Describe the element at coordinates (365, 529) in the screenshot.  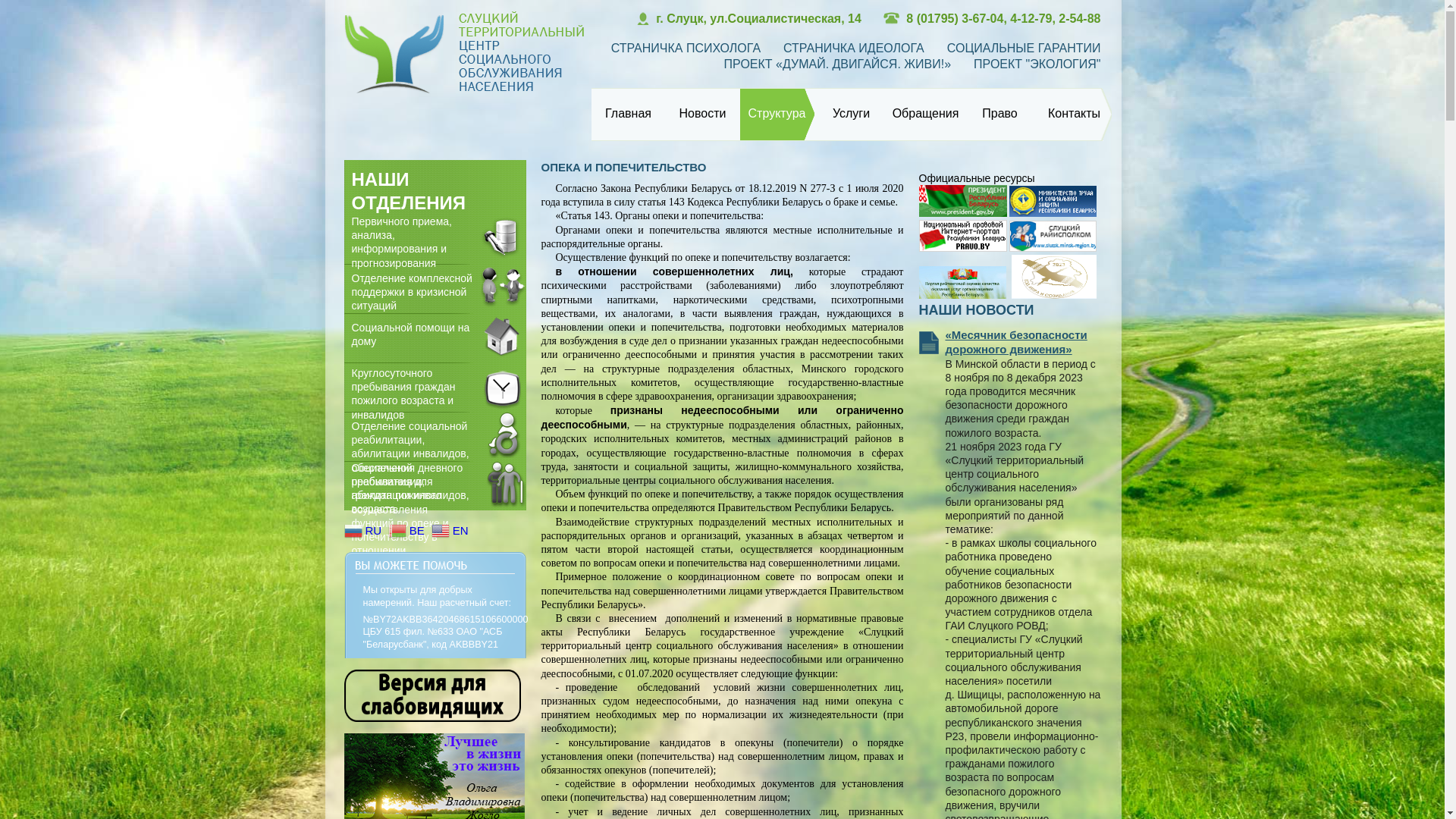
I see `'RU'` at that location.